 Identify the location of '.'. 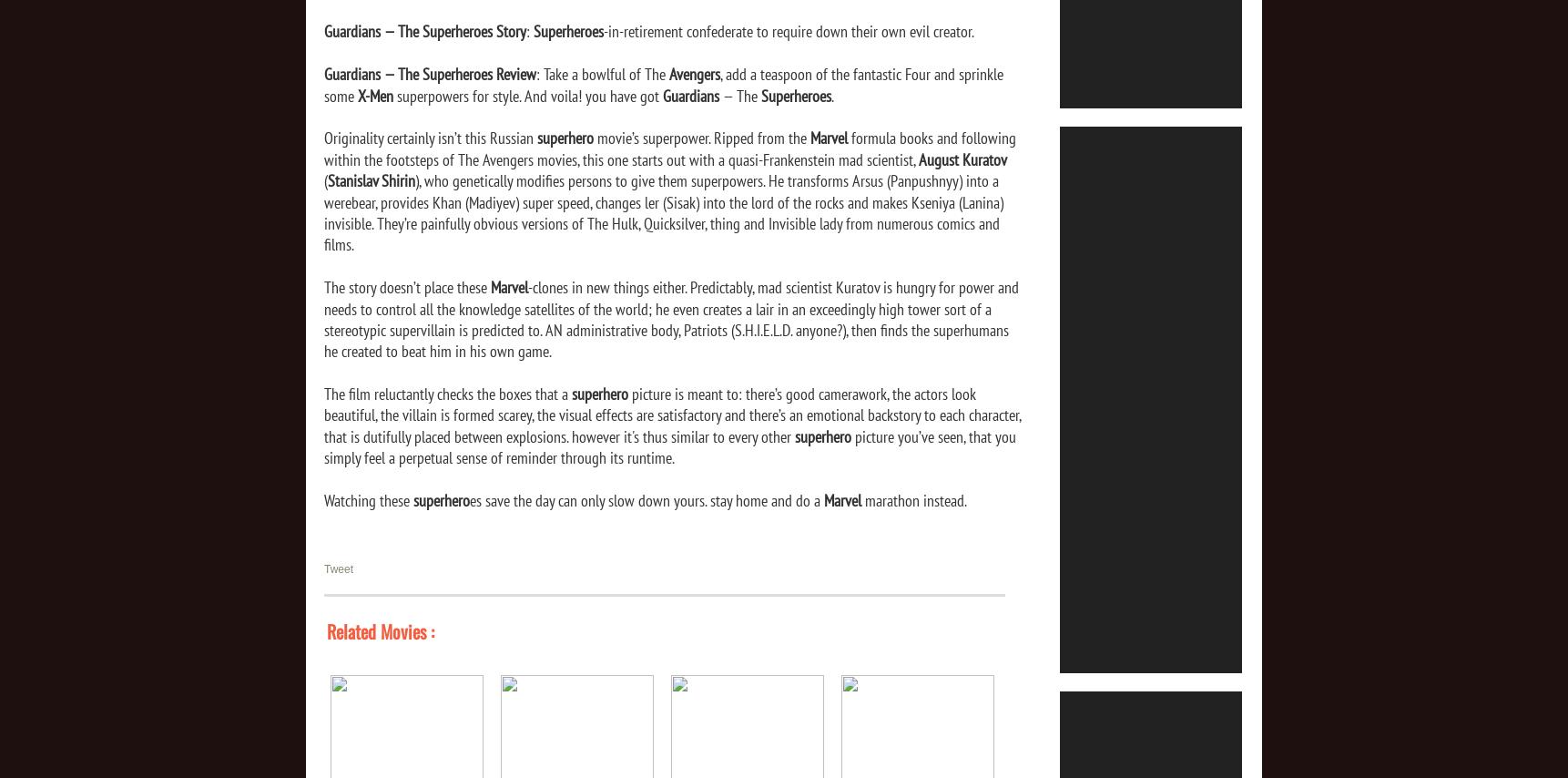
(831, 95).